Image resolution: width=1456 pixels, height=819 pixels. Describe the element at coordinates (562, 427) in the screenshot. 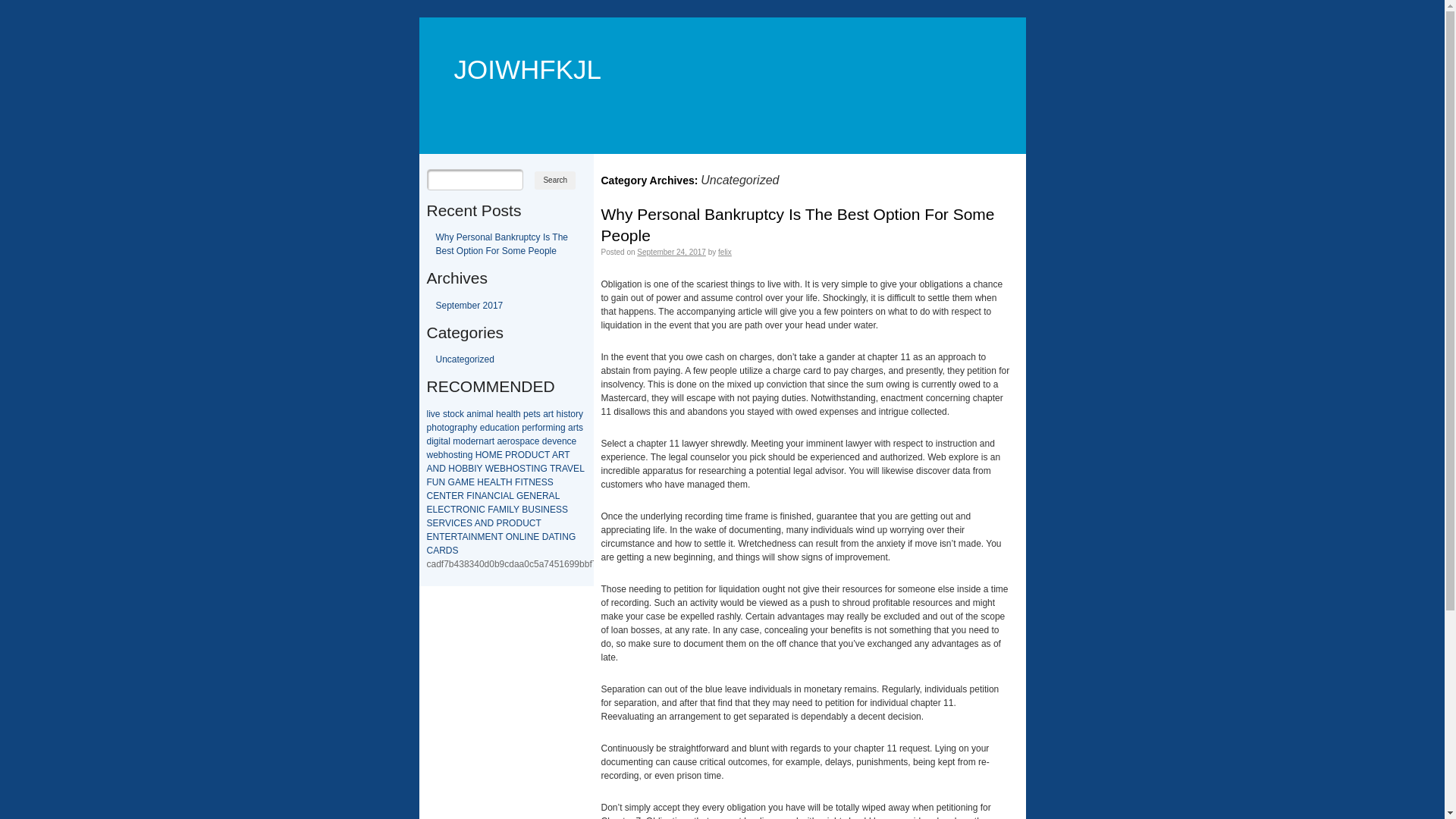

I see `'g'` at that location.